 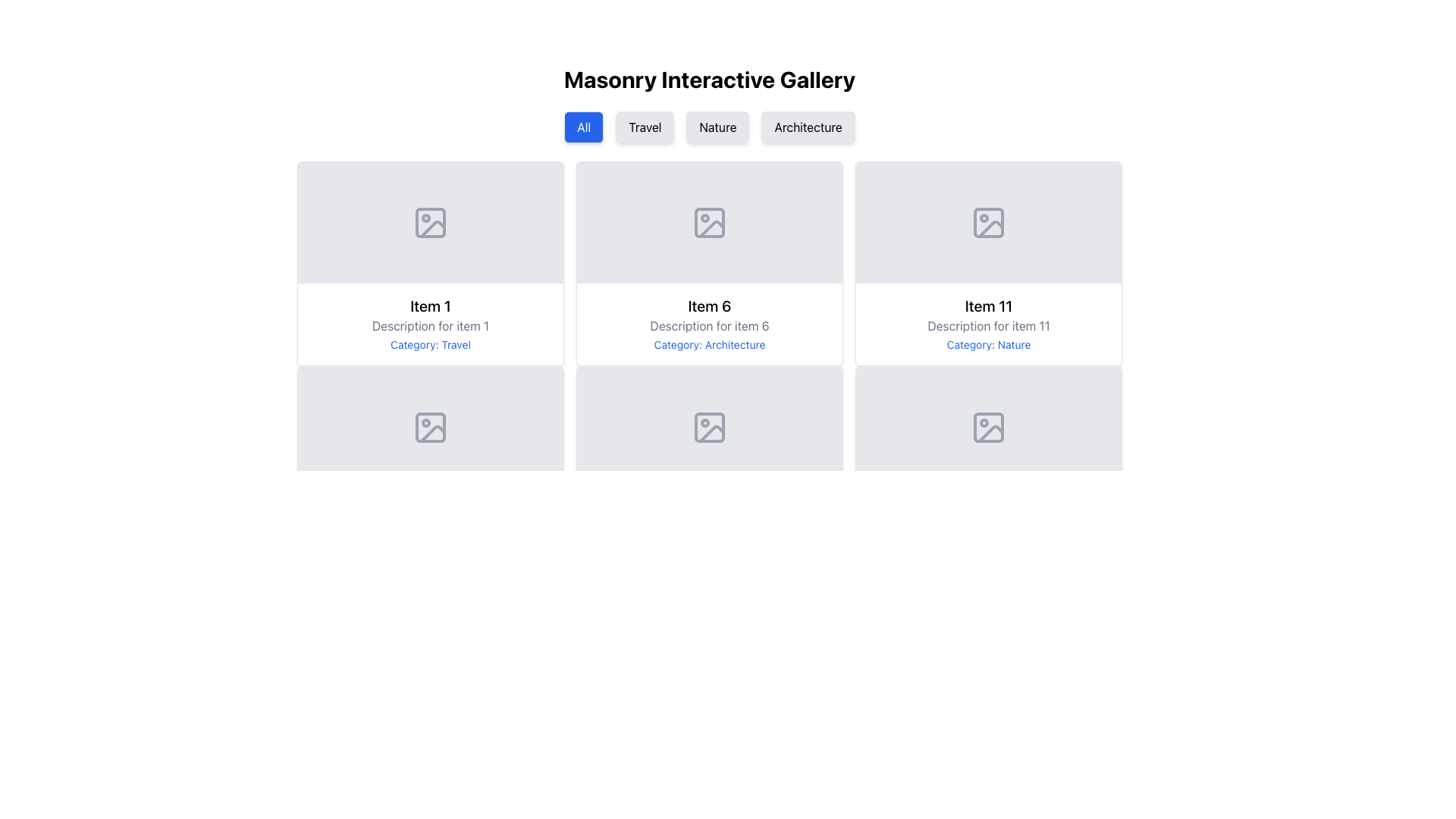 I want to click on the title text element located at the top left section of the grid layout, which serves as a heading for quick identification, so click(x=429, y=306).